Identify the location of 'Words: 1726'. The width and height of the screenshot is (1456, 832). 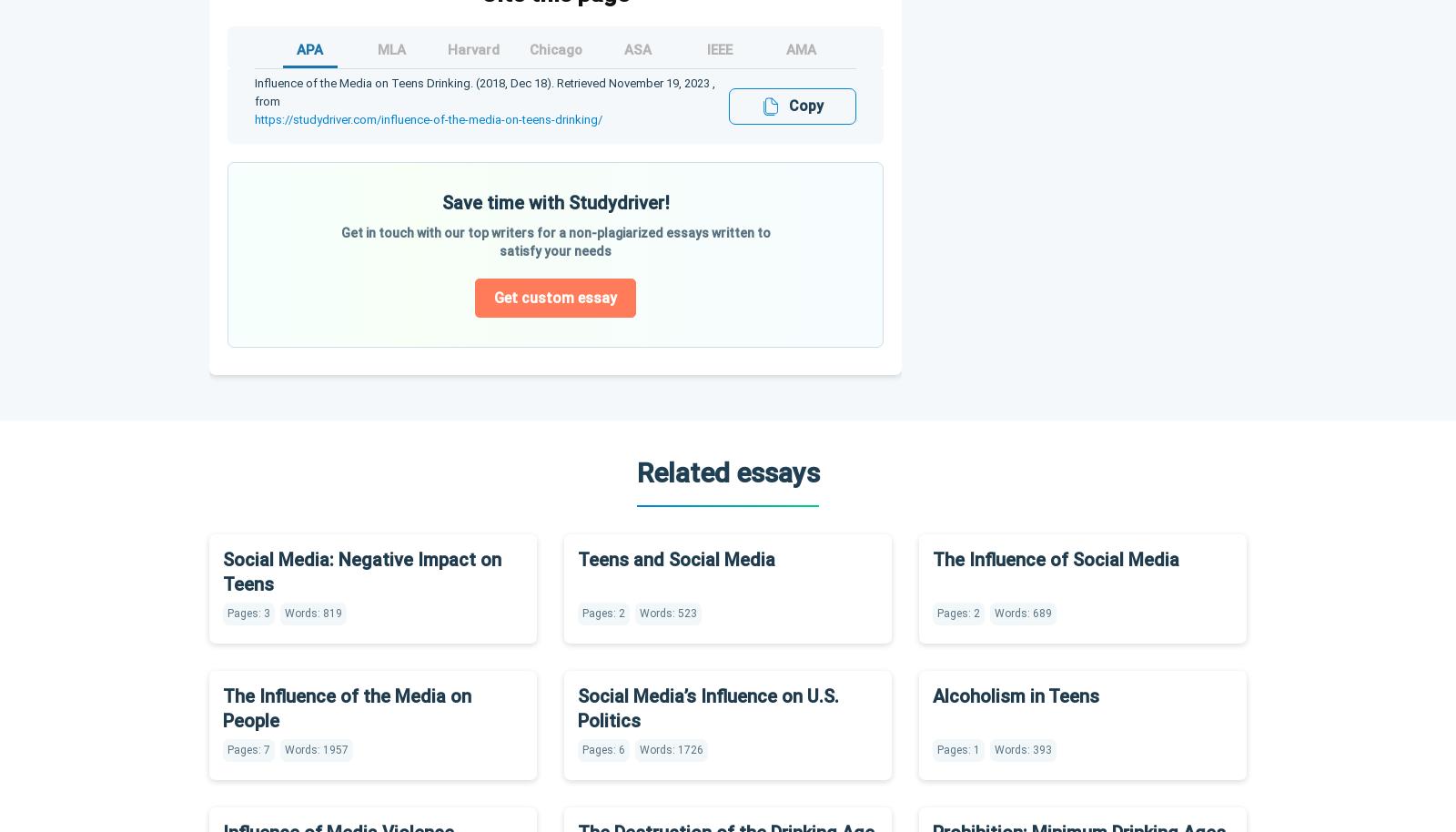
(672, 747).